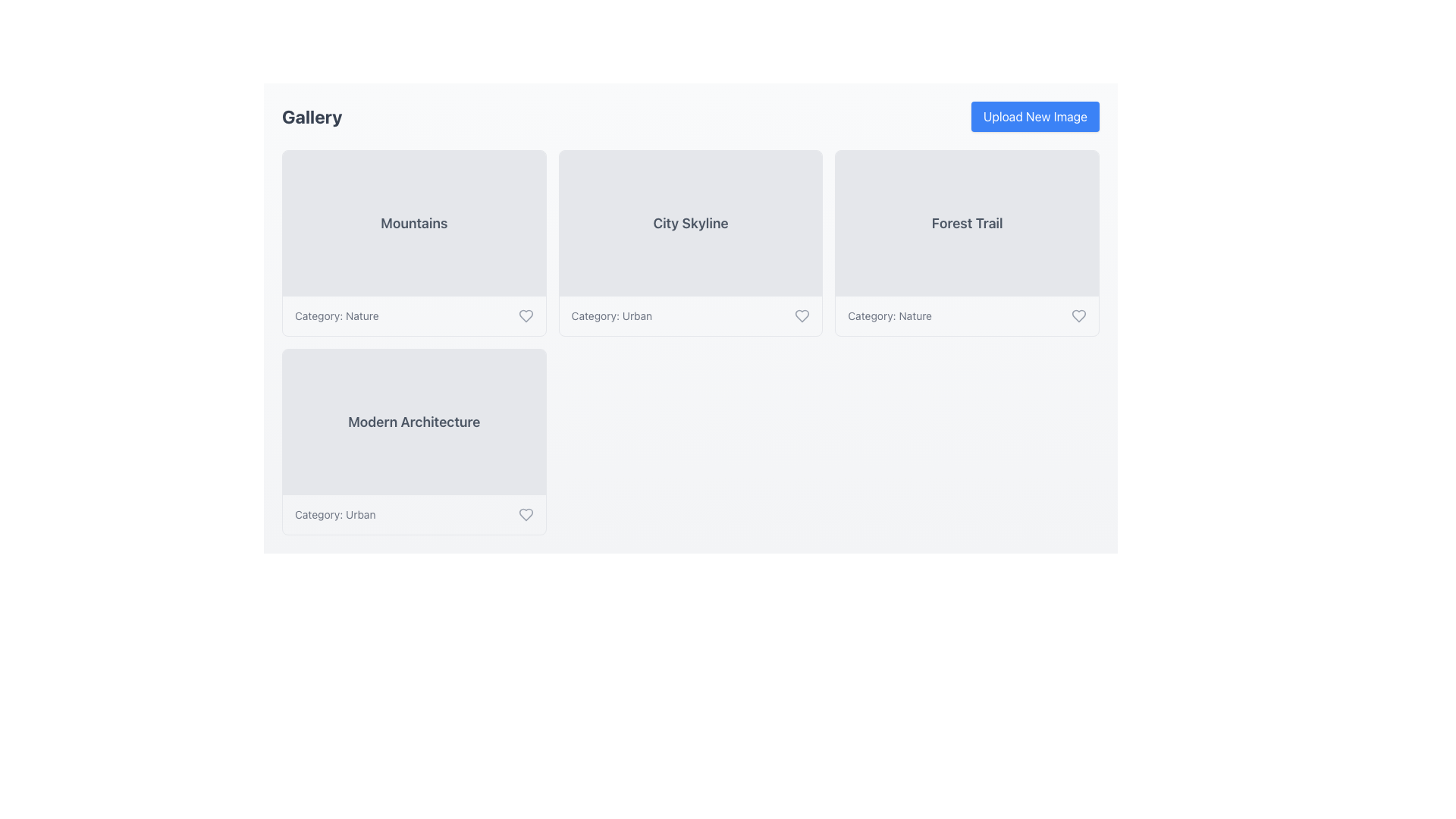 This screenshot has width=1456, height=819. I want to click on the prominent 'Gallery' static text label, which is styled in bold and dark gray, located in the upper-left corner of the interface within the header section, so click(311, 116).